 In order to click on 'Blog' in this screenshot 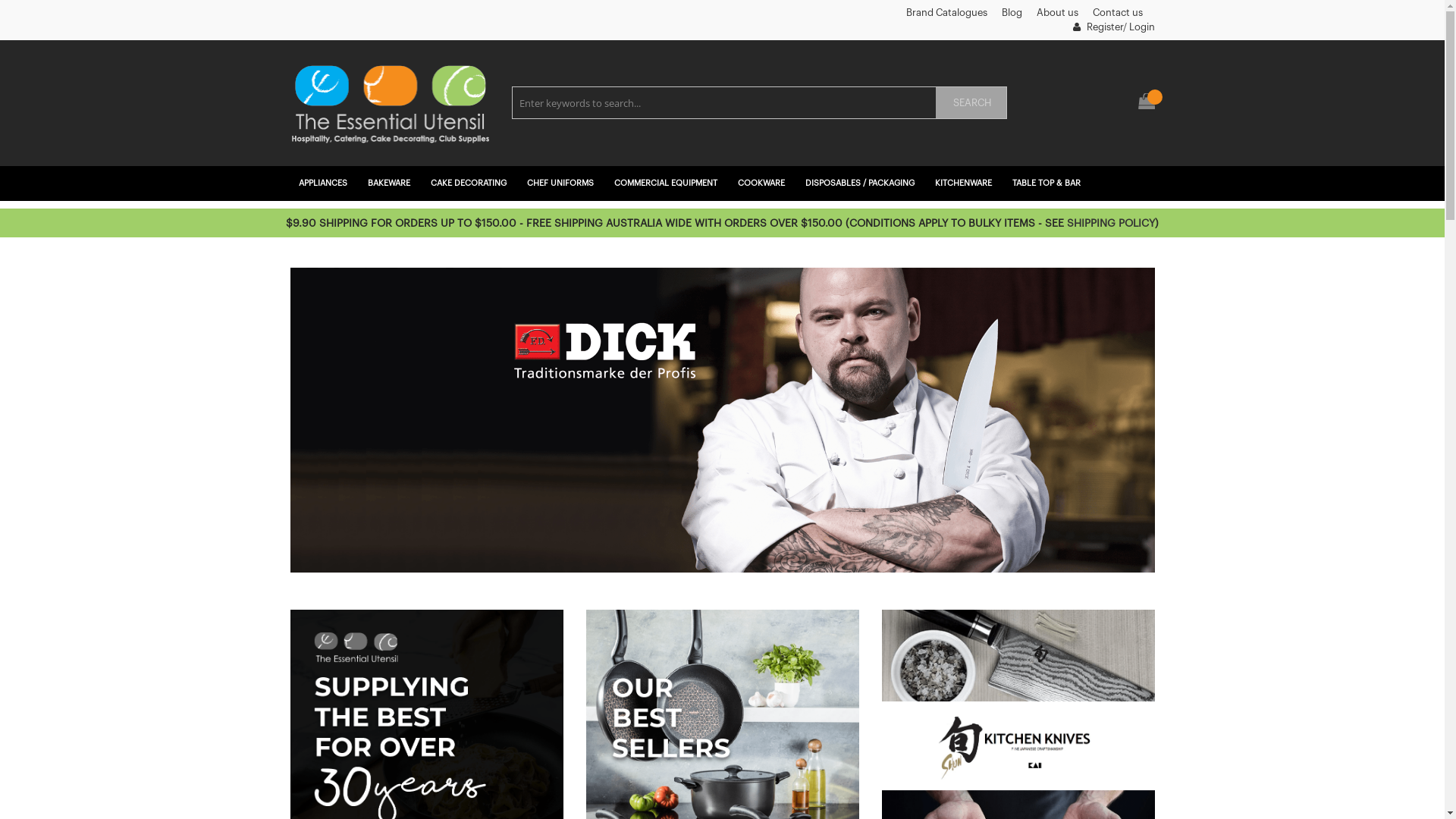, I will do `click(1001, 12)`.